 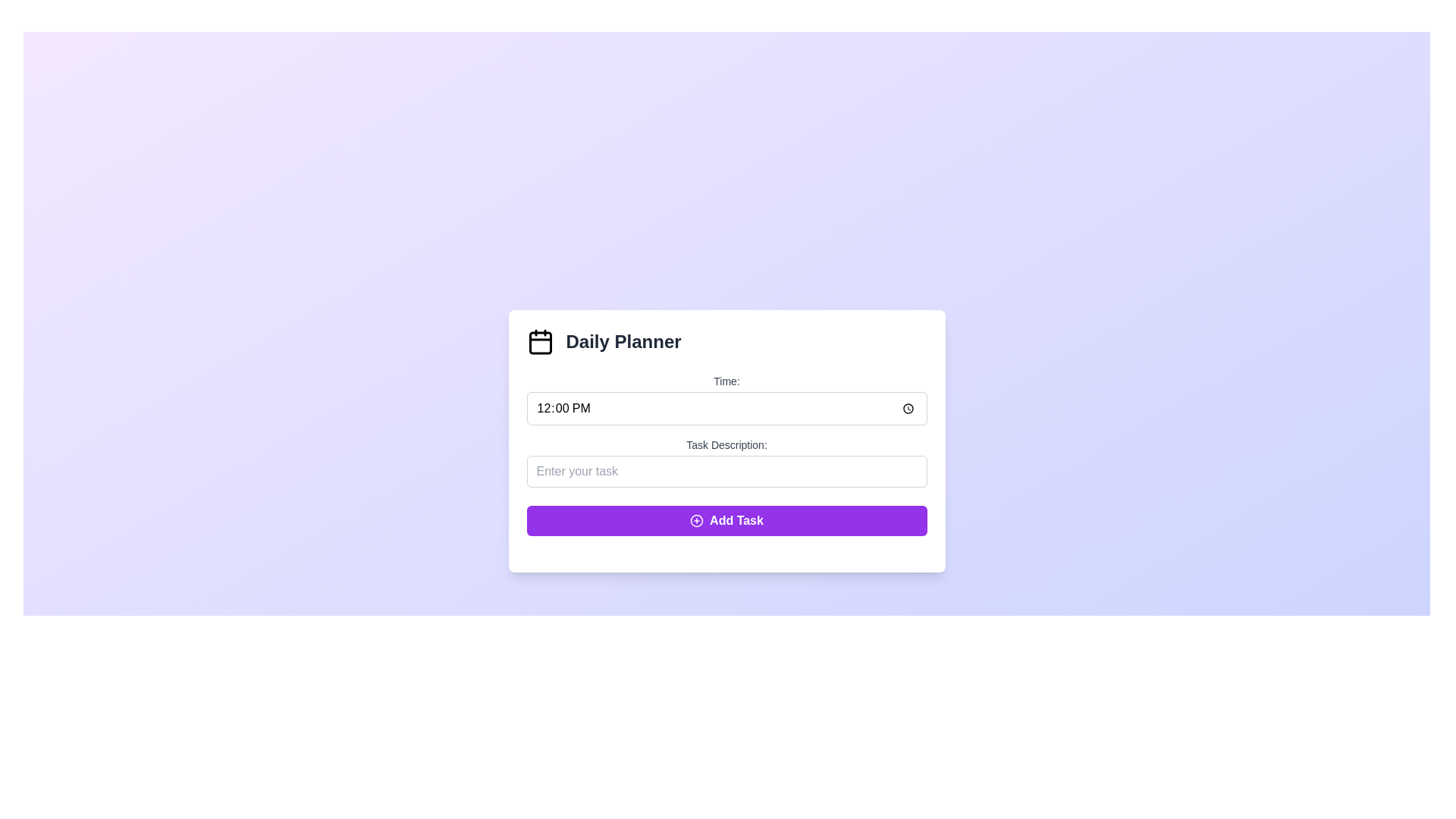 What do you see at coordinates (726, 380) in the screenshot?
I see `the 'Time:' text label, which is styled in bold and positioned at the top of the 'Daily Planner' form, directly above the 'Time' input field` at bounding box center [726, 380].